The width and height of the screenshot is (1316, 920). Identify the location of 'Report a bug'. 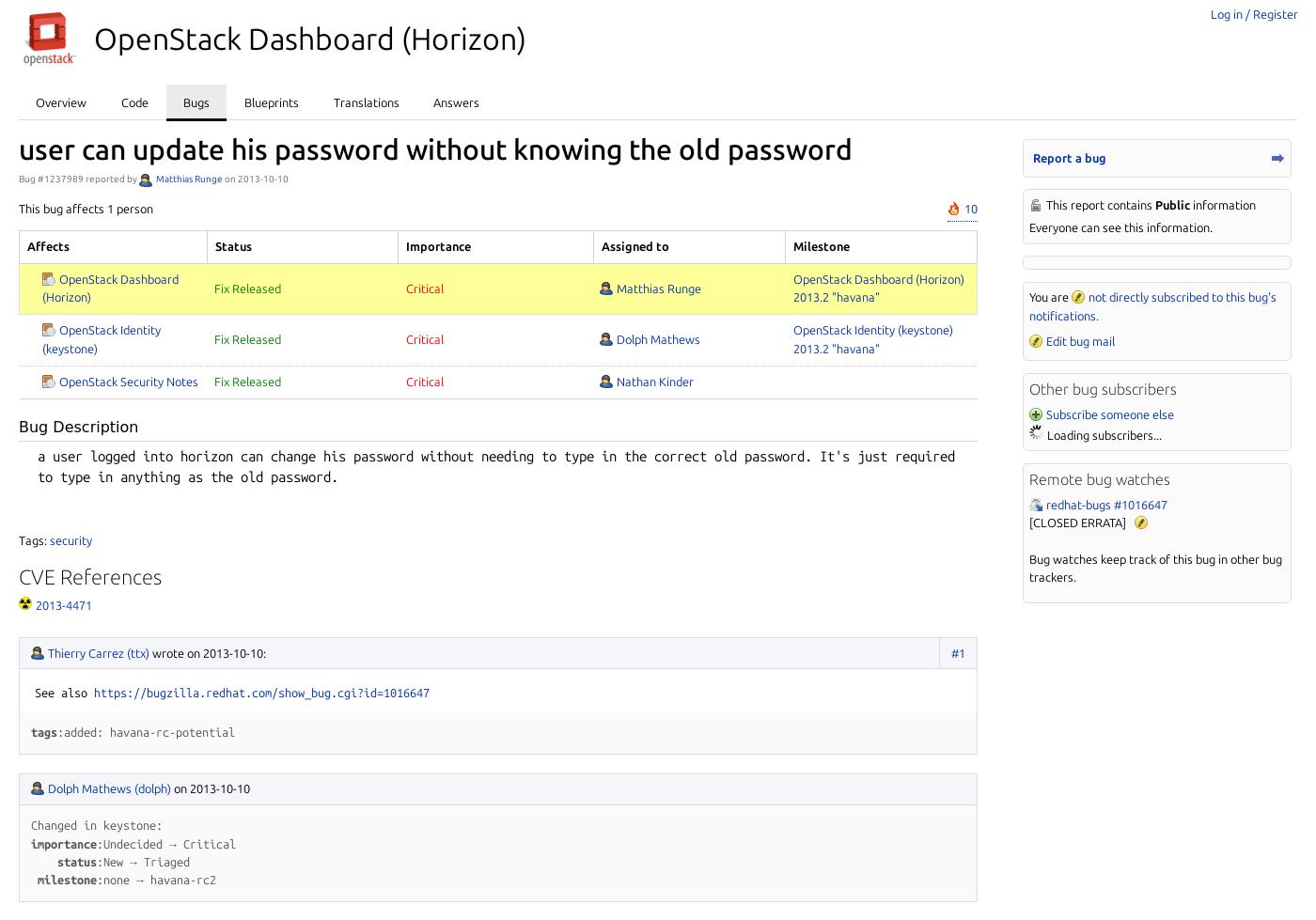
(1070, 157).